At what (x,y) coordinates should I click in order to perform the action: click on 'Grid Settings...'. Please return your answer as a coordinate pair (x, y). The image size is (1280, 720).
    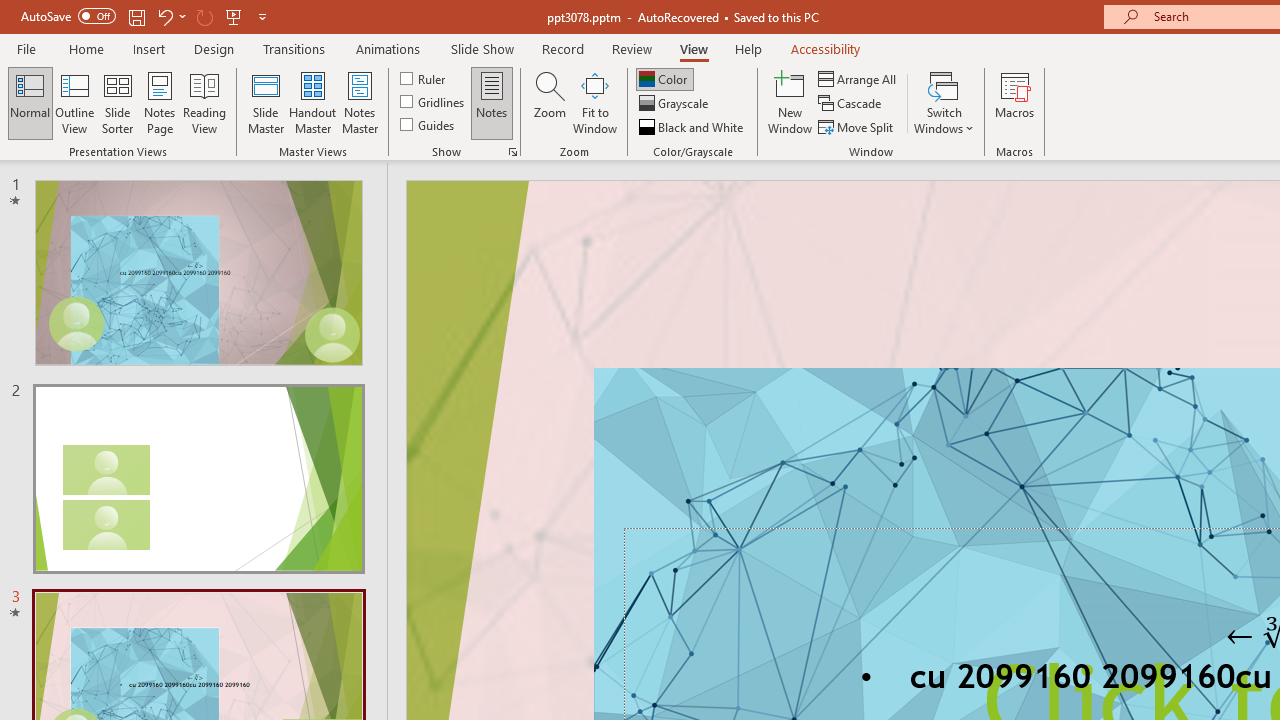
    Looking at the image, I should click on (513, 150).